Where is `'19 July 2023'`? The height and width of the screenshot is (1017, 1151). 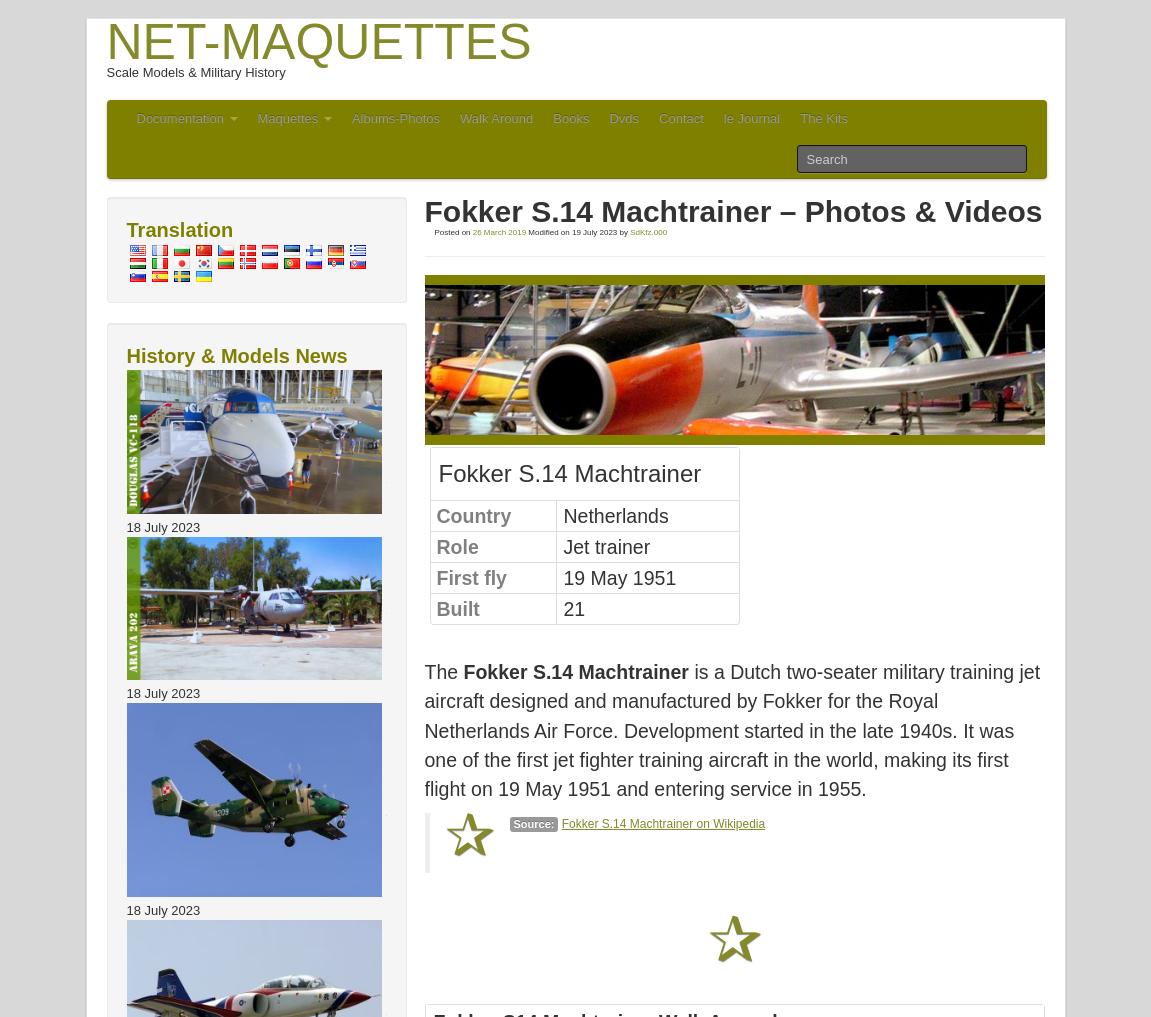 '19 July 2023' is located at coordinates (570, 231).